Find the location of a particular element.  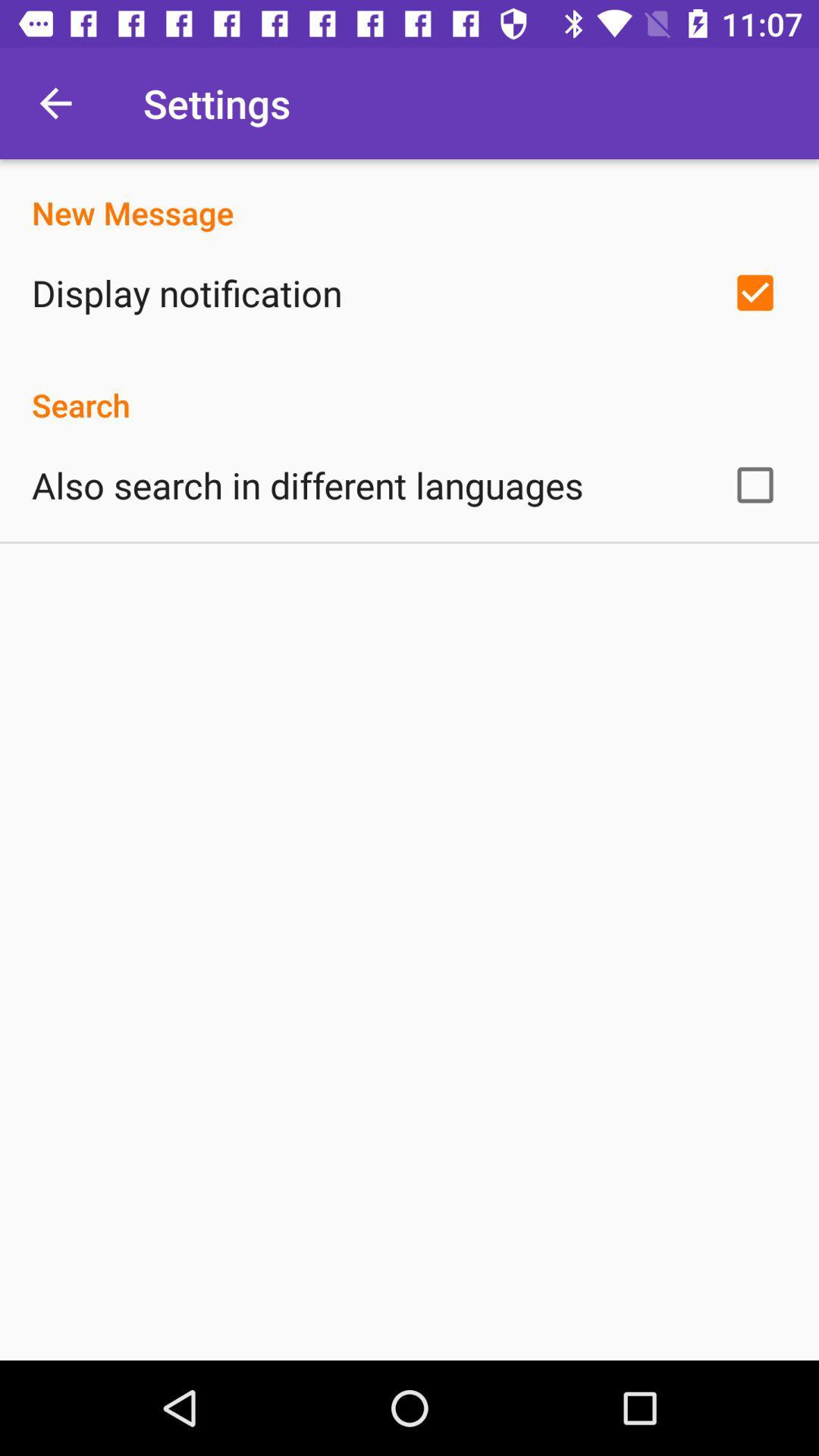

new message icon is located at coordinates (409, 196).